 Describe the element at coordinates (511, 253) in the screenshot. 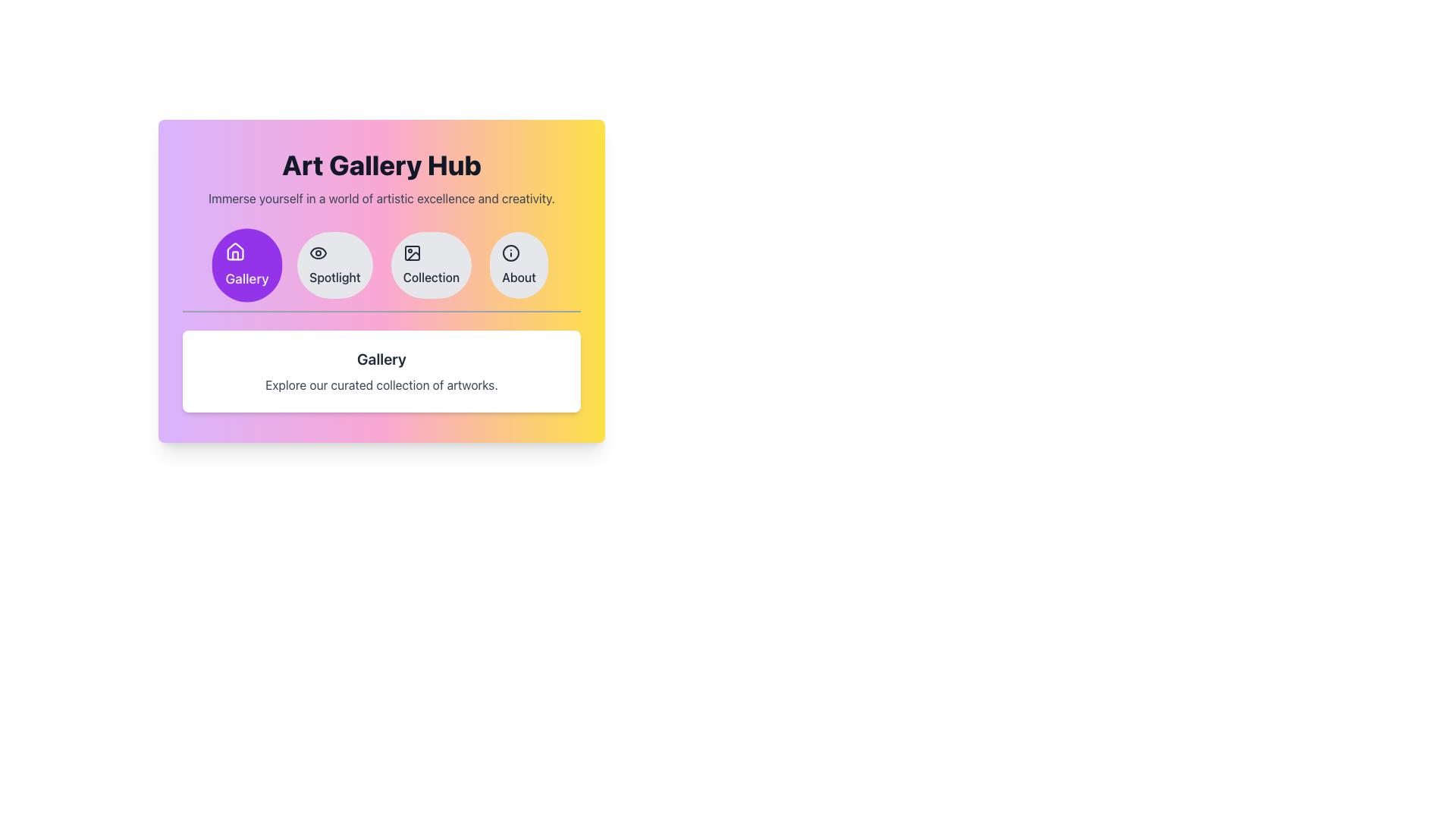

I see `the icon within the 'About' button, located at the far-right of the four circular buttons under 'Art Gallery Hub'` at that location.